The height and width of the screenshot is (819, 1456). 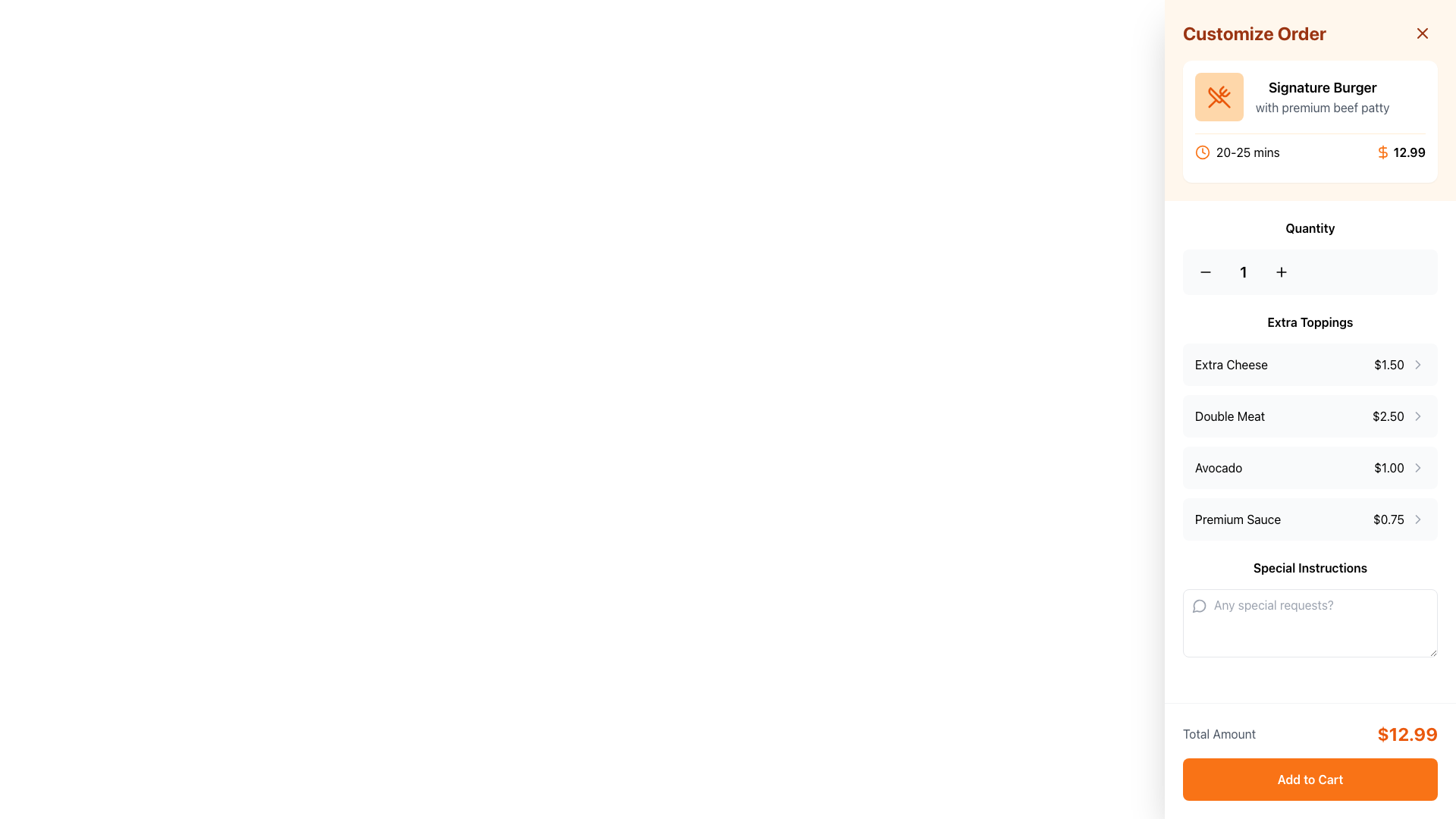 I want to click on the price label indicating the cost of the 'Extra Cheese' topping, which is positioned in the right-hand column of the 'Extra Toppings' section, aligned to the right of the 'Extra Cheese' label, so click(x=1389, y=365).